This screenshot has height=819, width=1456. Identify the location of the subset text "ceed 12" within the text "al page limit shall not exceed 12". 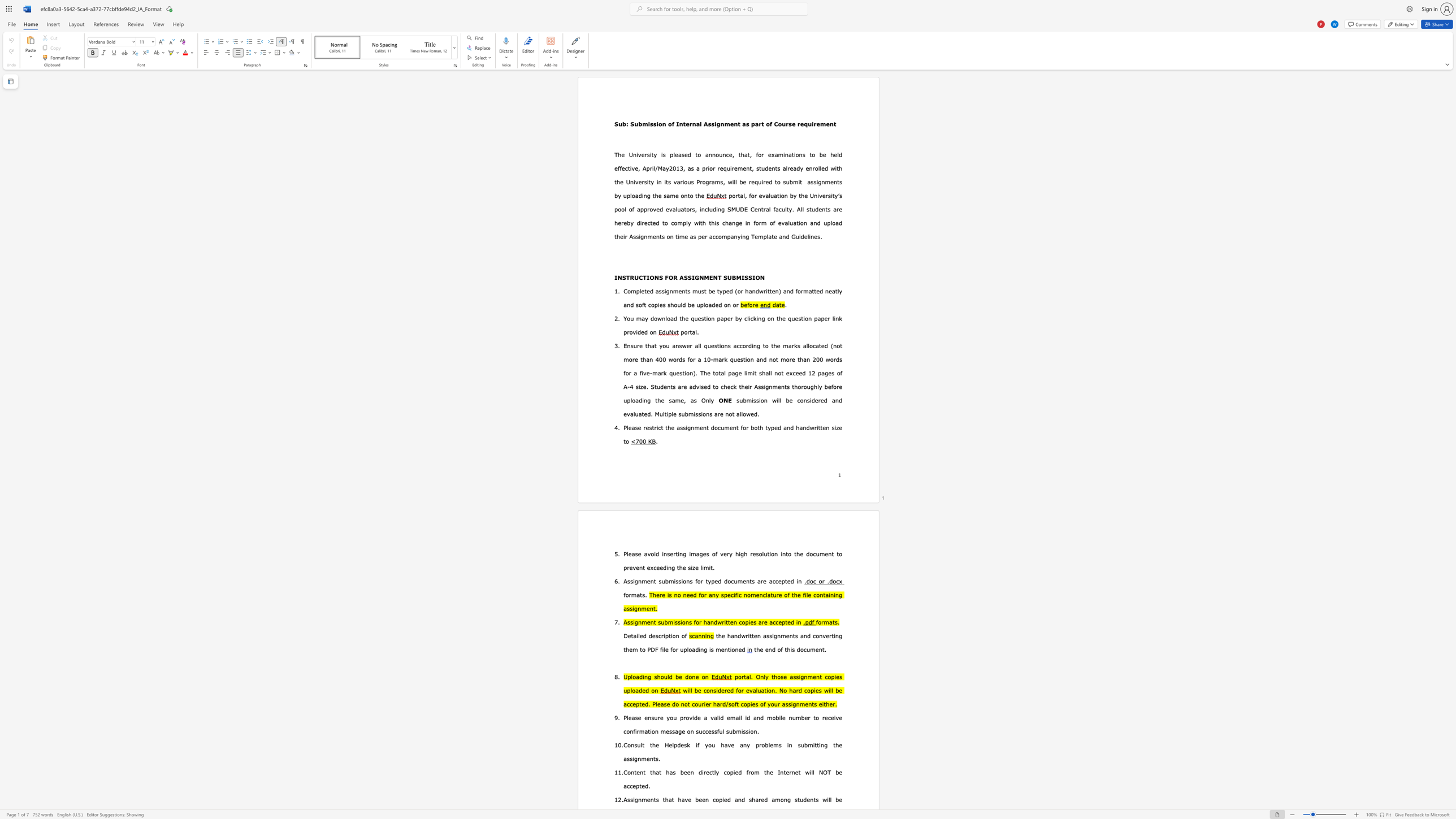
(792, 372).